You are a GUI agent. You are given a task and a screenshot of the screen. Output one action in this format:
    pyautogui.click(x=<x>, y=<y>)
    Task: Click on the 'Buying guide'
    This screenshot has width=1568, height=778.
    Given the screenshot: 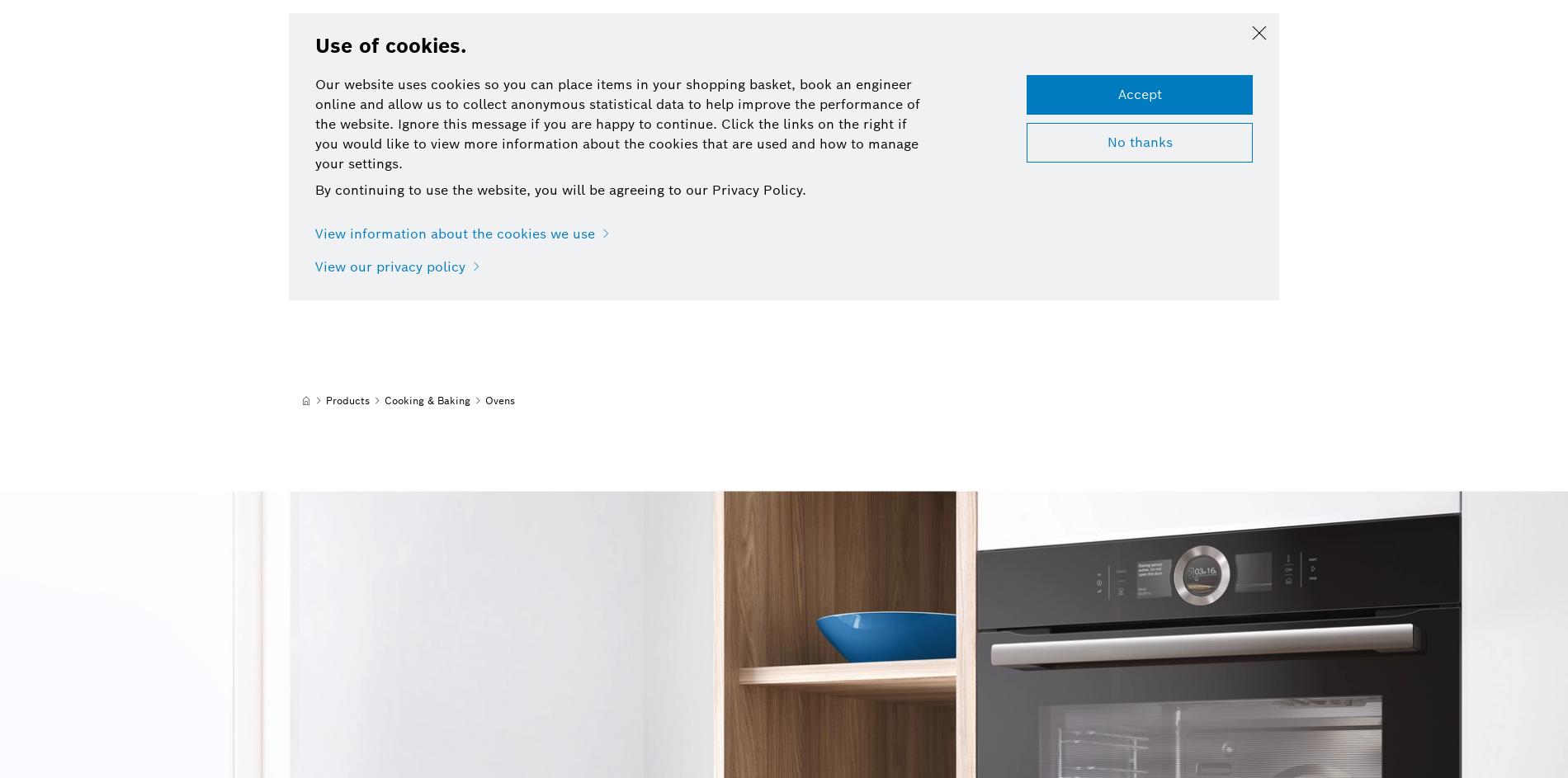 What is the action you would take?
    pyautogui.click(x=507, y=87)
    